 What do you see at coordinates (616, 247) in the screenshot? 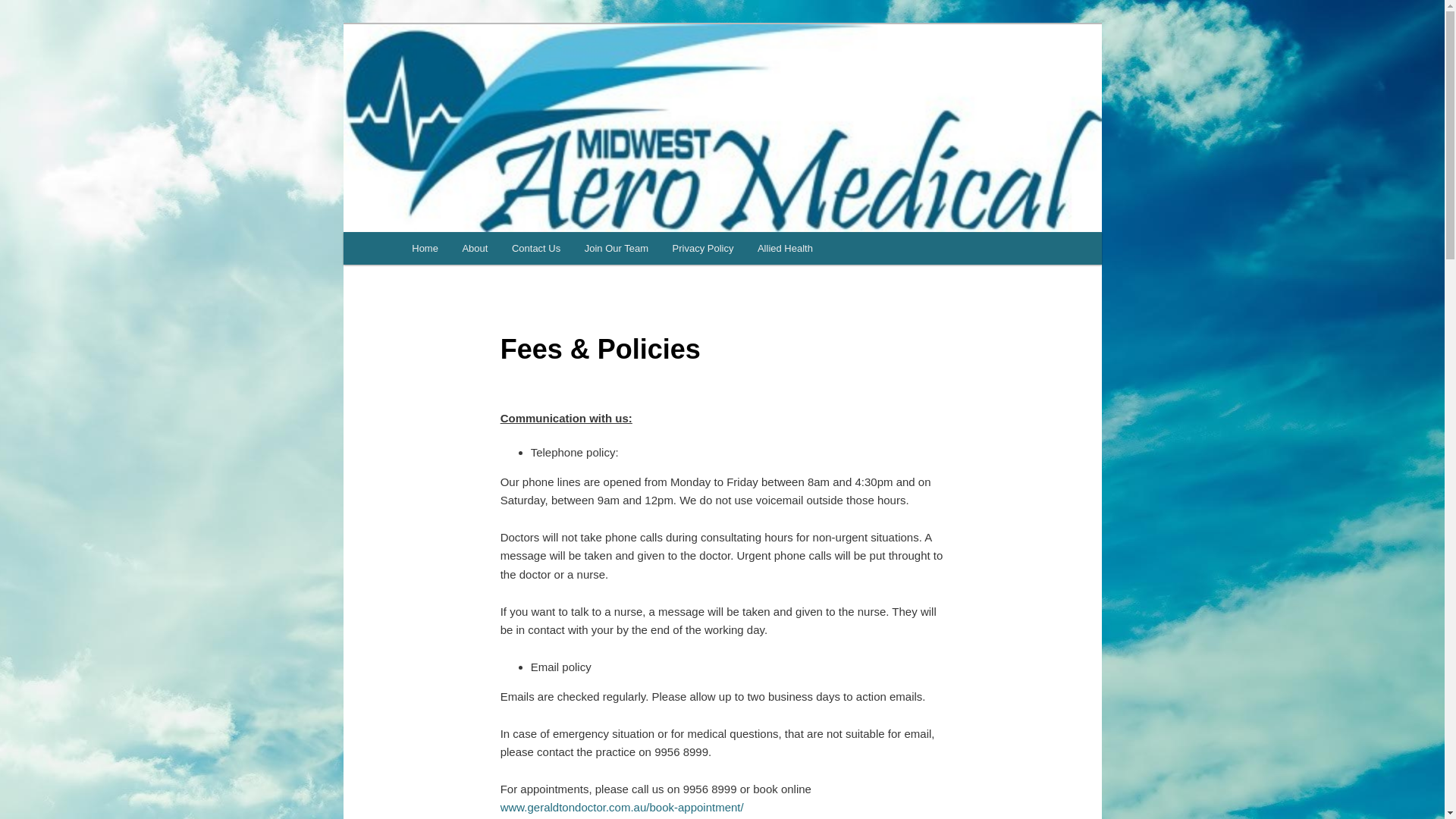
I see `'Join Our Team'` at bounding box center [616, 247].